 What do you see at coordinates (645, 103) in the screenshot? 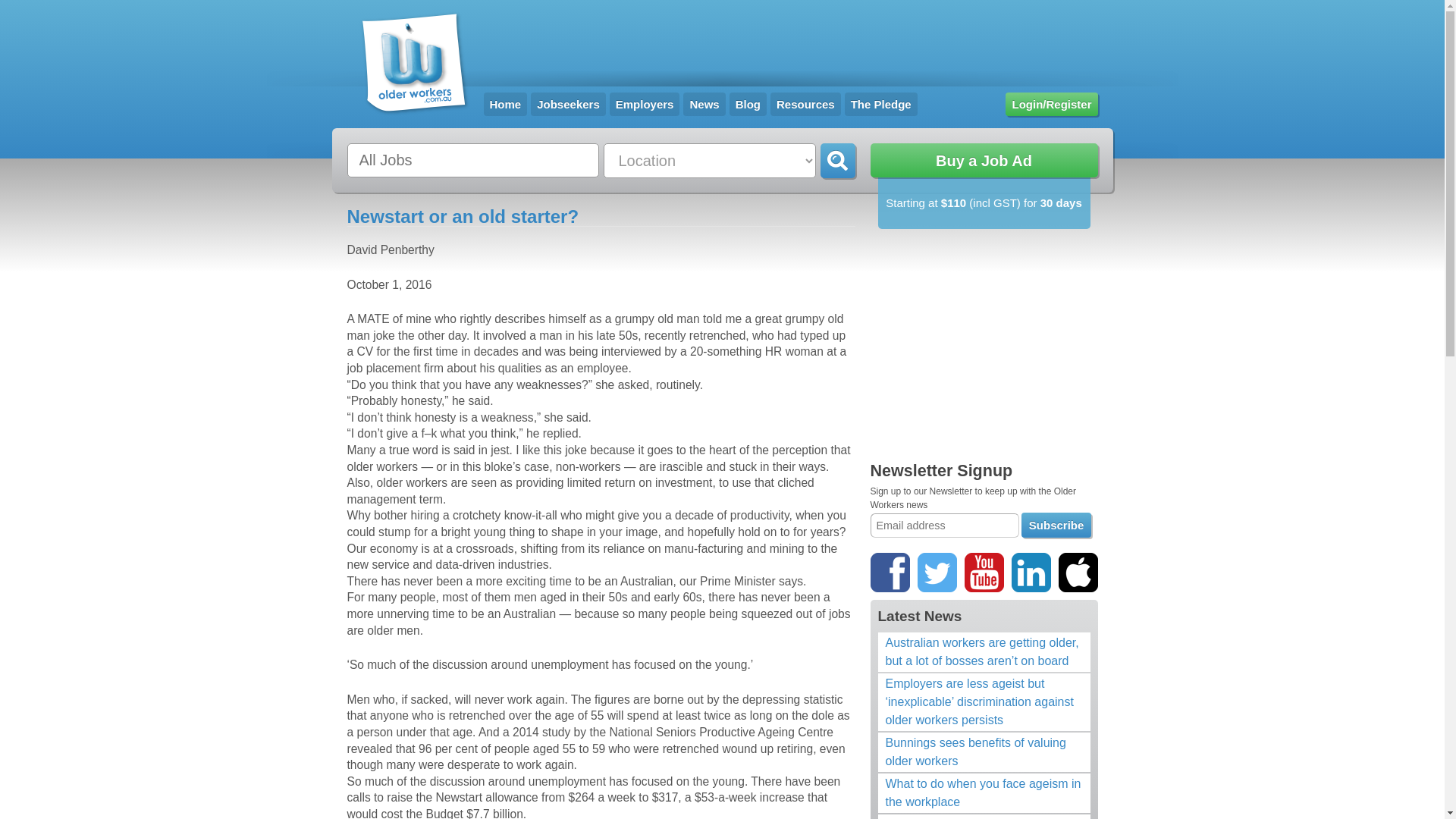
I see `'Employers'` at bounding box center [645, 103].